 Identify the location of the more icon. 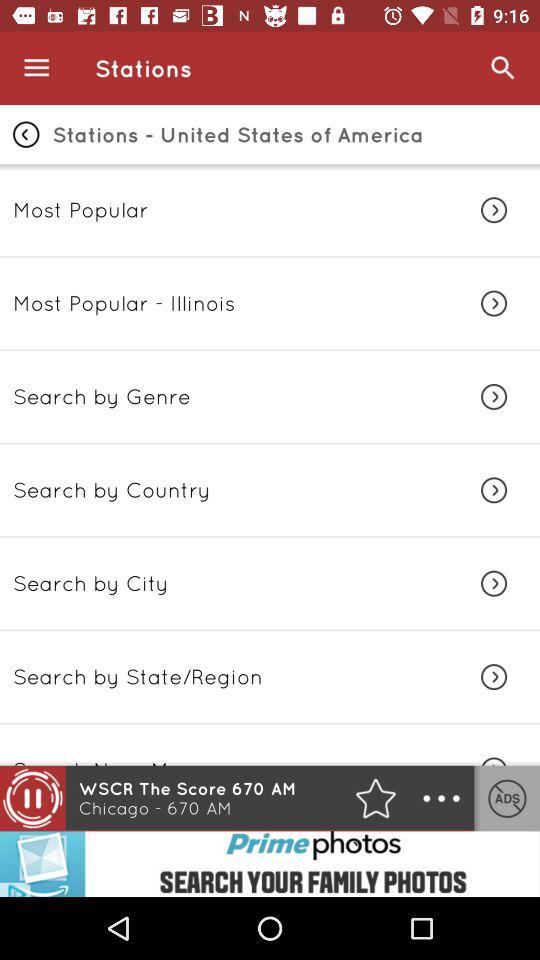
(441, 798).